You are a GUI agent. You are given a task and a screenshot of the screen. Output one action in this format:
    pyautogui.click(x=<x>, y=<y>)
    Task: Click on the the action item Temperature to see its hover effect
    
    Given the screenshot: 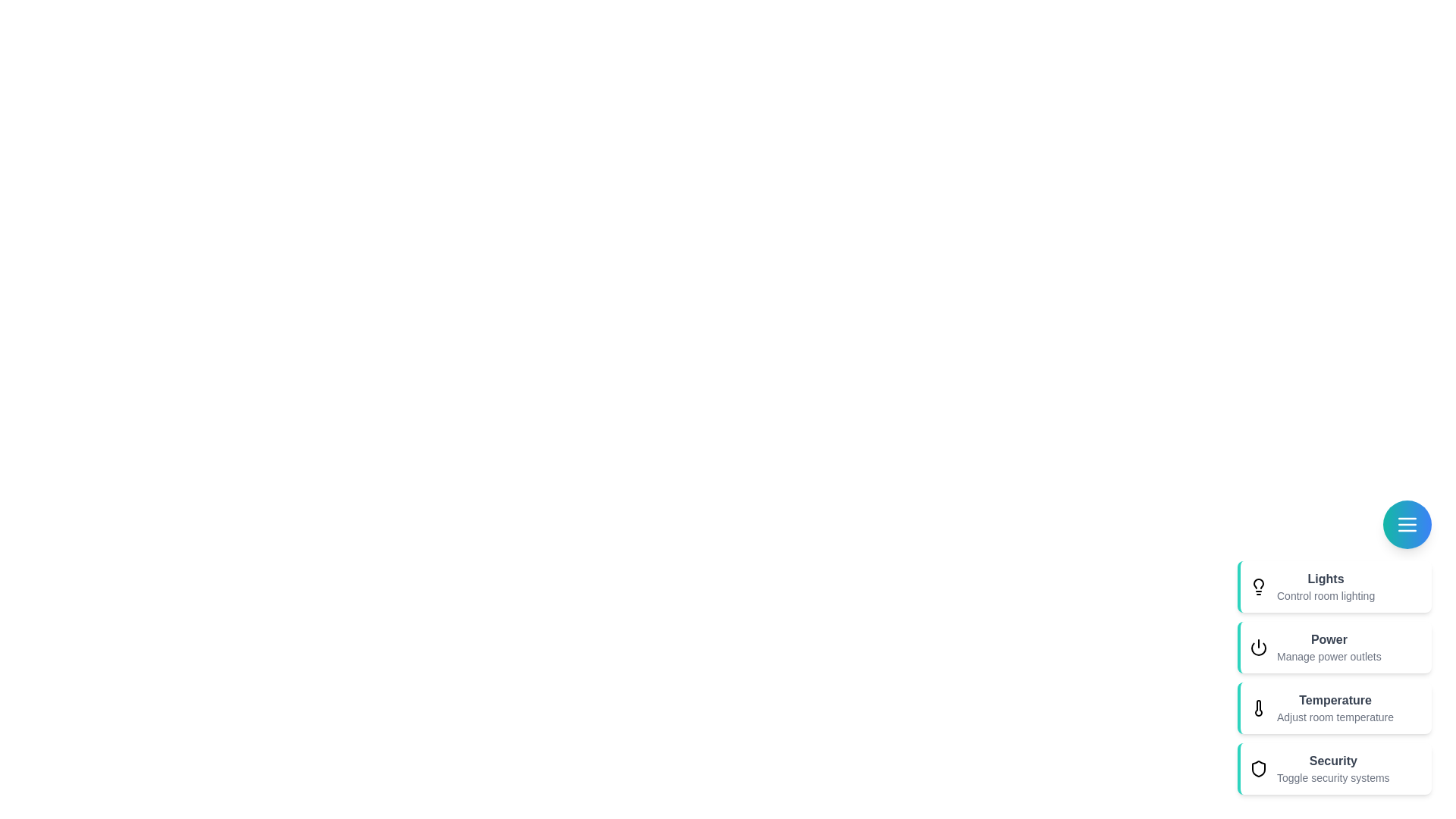 What is the action you would take?
    pyautogui.click(x=1335, y=708)
    